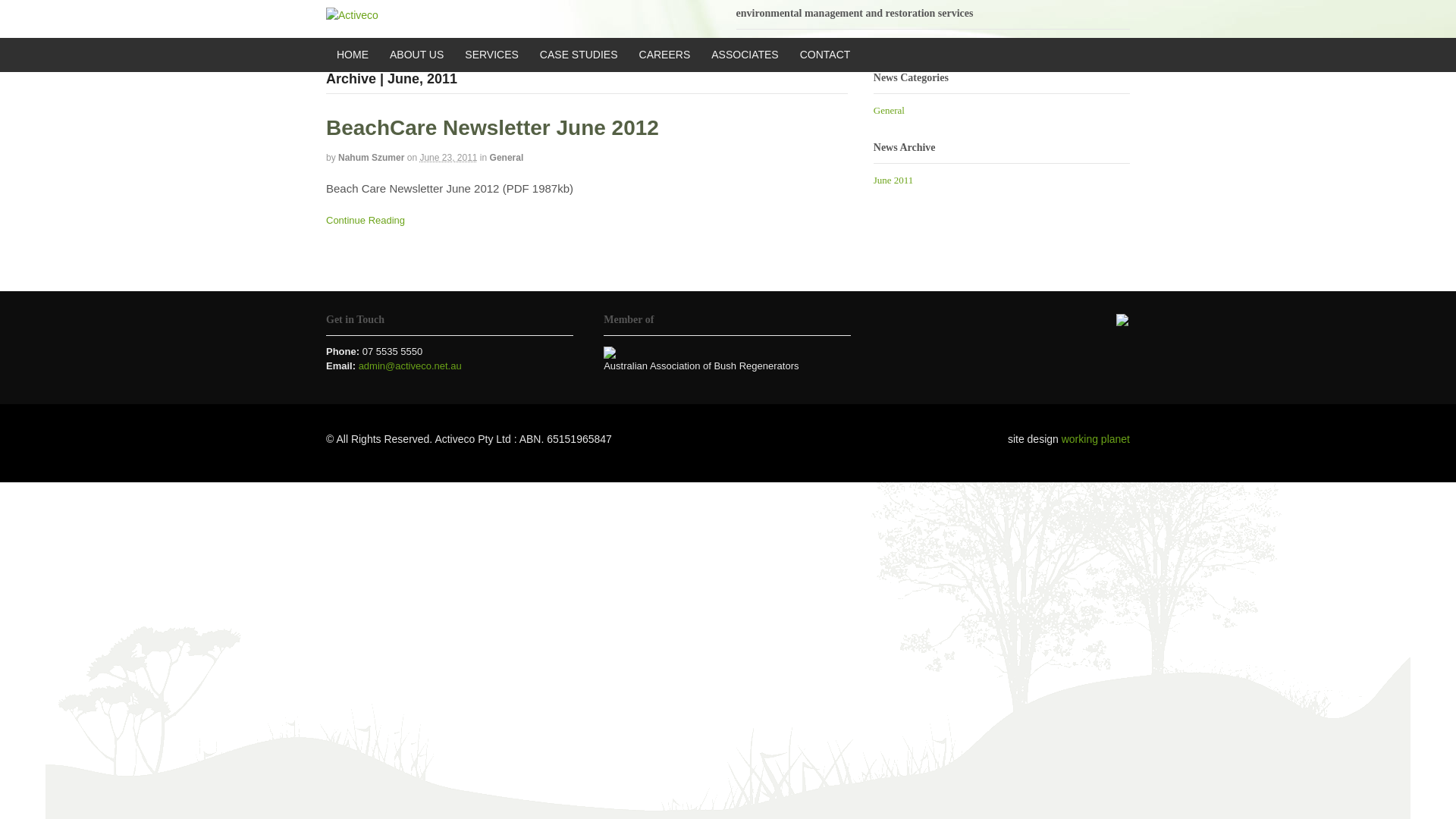 The width and height of the screenshot is (1456, 819). What do you see at coordinates (492, 127) in the screenshot?
I see `'BeachCare Newsletter June 2012'` at bounding box center [492, 127].